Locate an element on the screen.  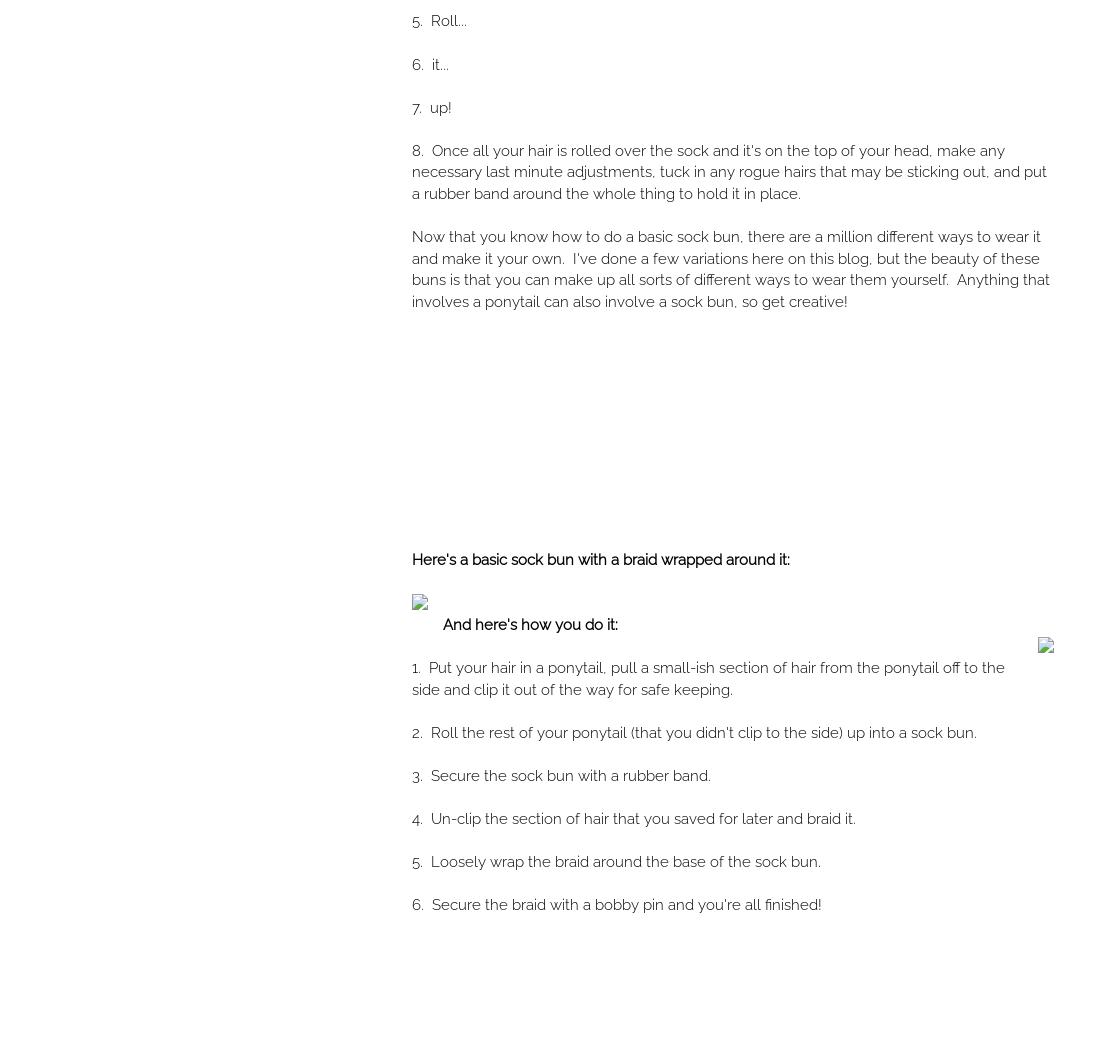
'6.  it...' is located at coordinates (411, 63).